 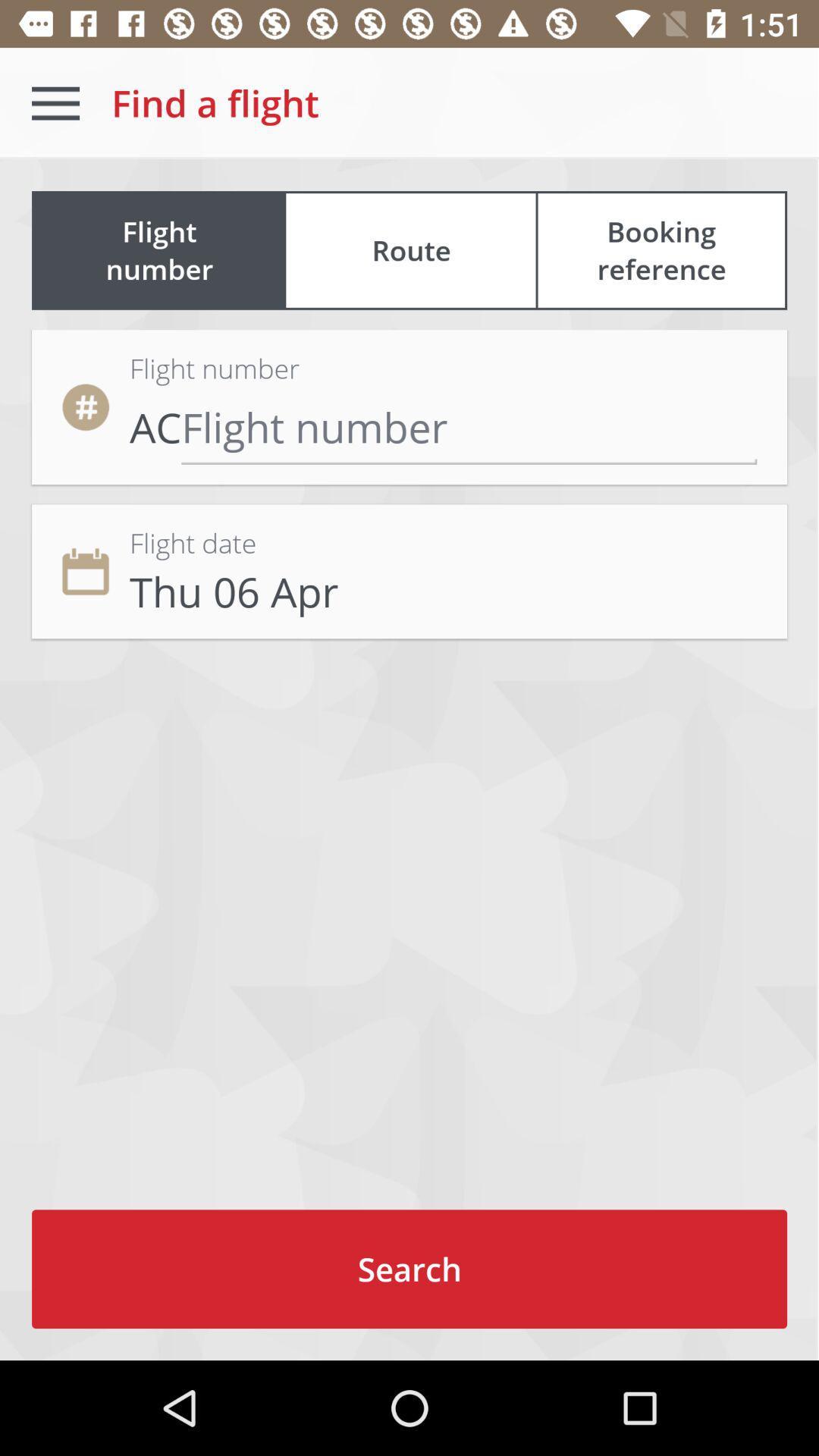 I want to click on icon at the top right corner, so click(x=661, y=250).